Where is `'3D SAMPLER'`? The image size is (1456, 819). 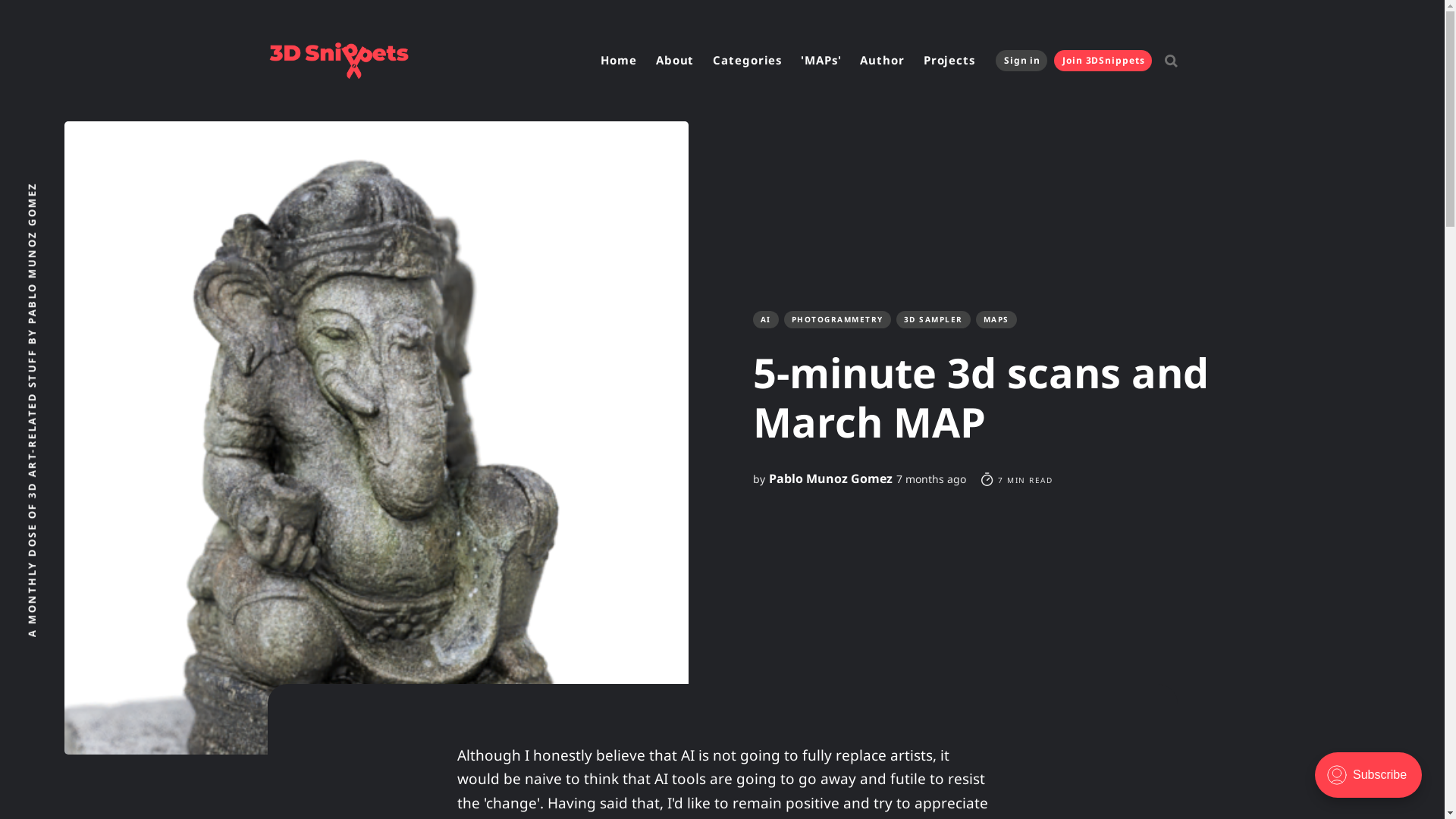
'3D SAMPLER' is located at coordinates (932, 318).